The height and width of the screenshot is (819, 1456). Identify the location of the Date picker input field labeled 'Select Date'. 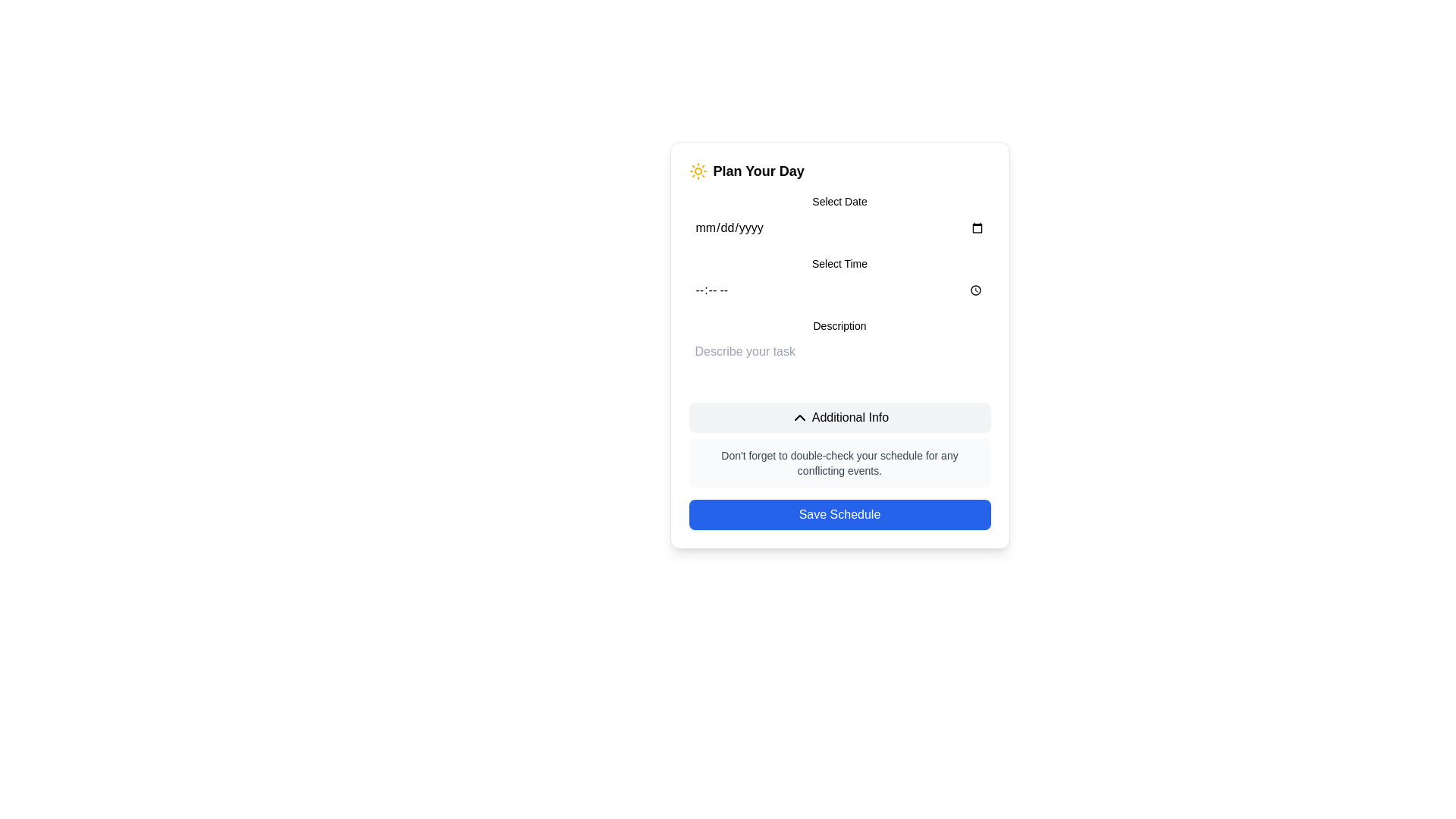
(839, 219).